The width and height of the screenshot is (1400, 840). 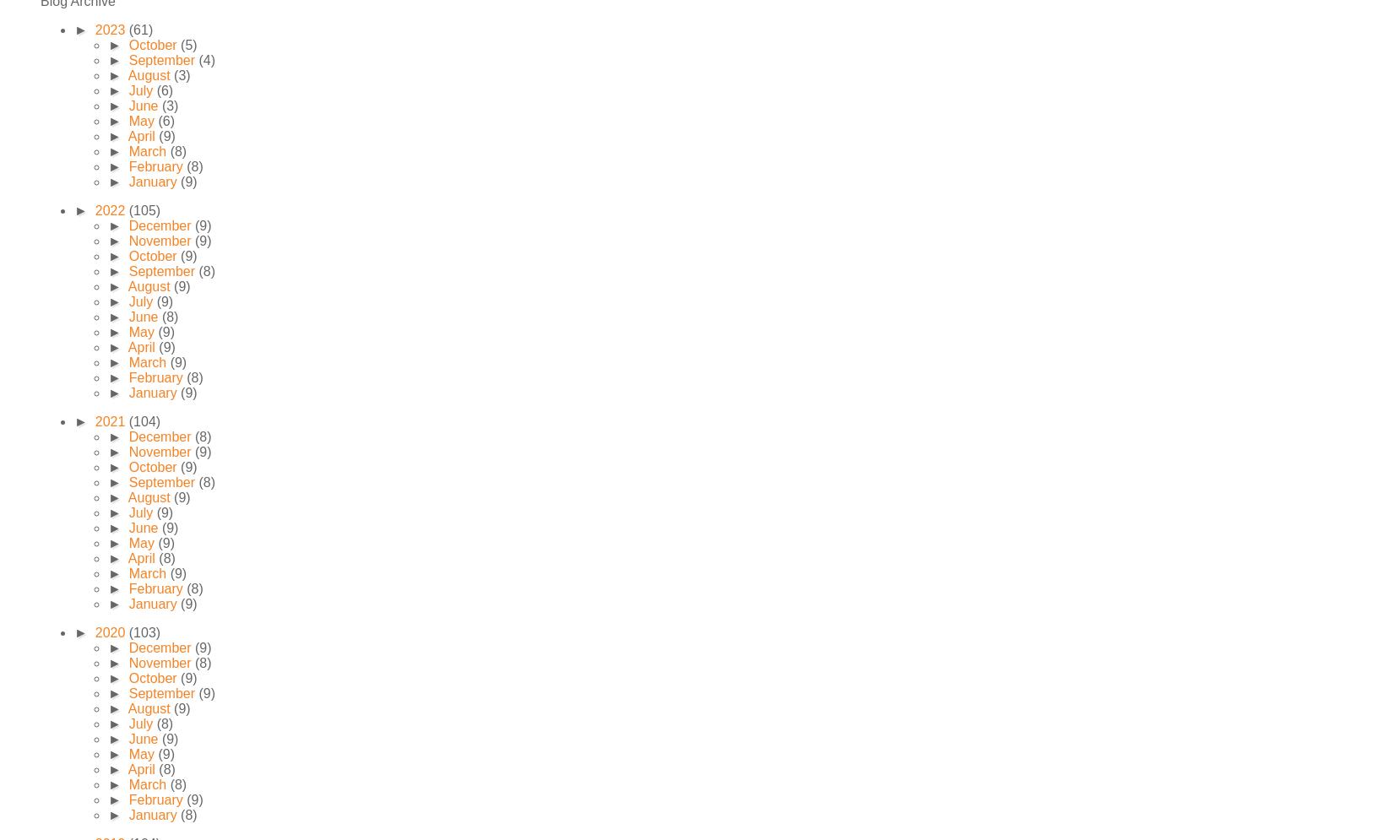 I want to click on '2021', so click(x=110, y=420).